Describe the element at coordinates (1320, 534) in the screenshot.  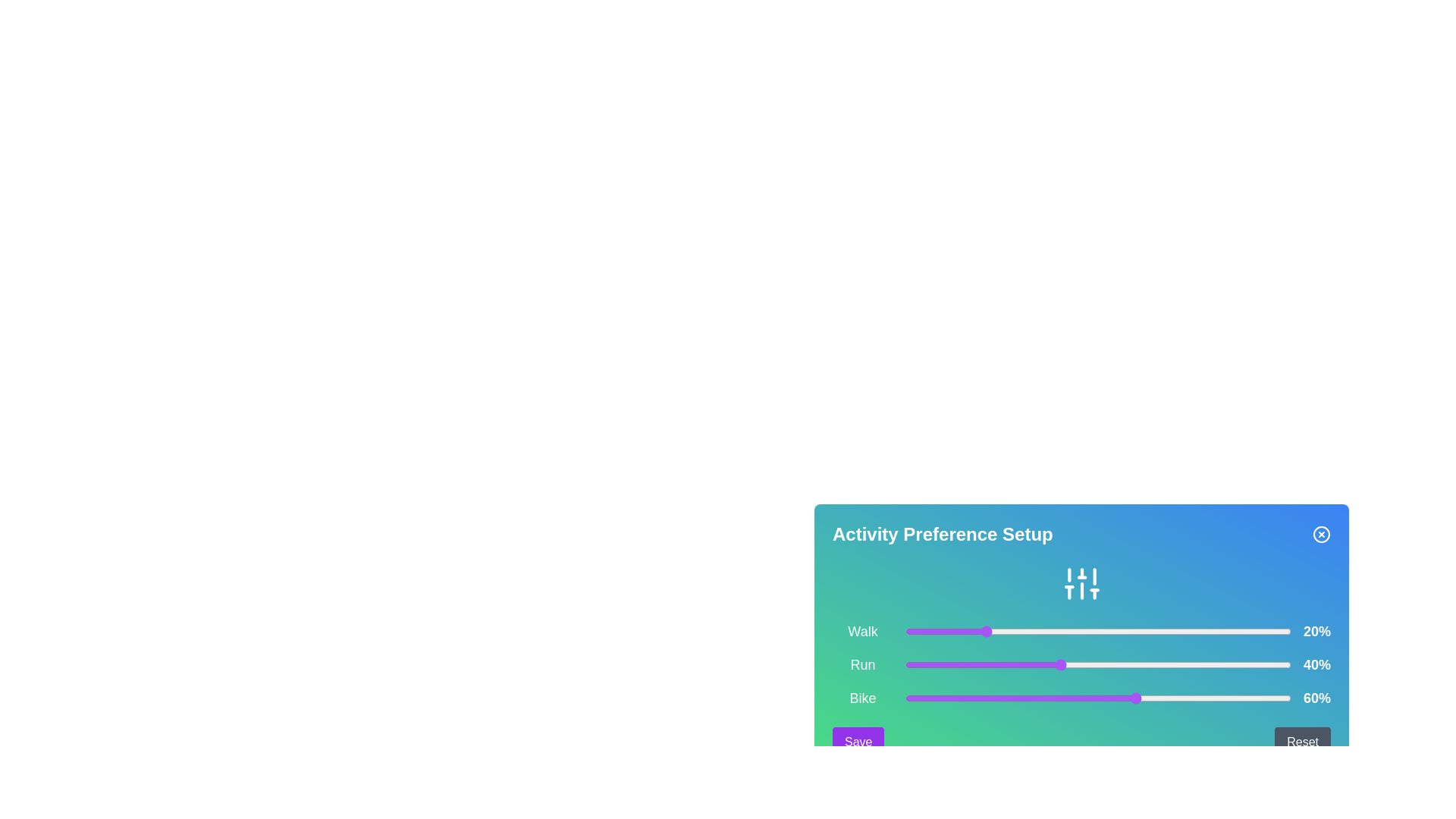
I see `the close button to close the Activity Preference Selector` at that location.